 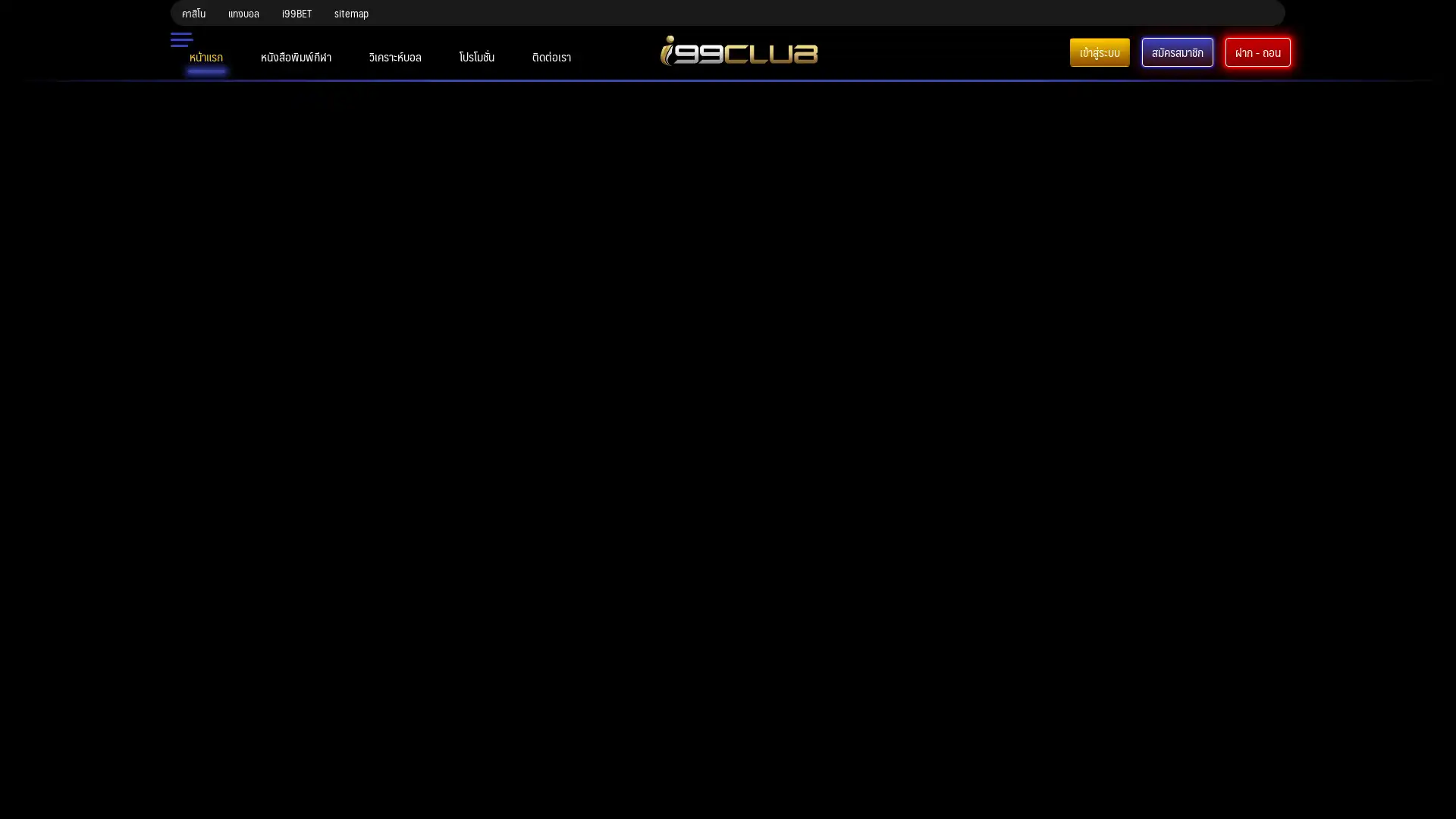 What do you see at coordinates (1258, 52) in the screenshot?
I see `-` at bounding box center [1258, 52].